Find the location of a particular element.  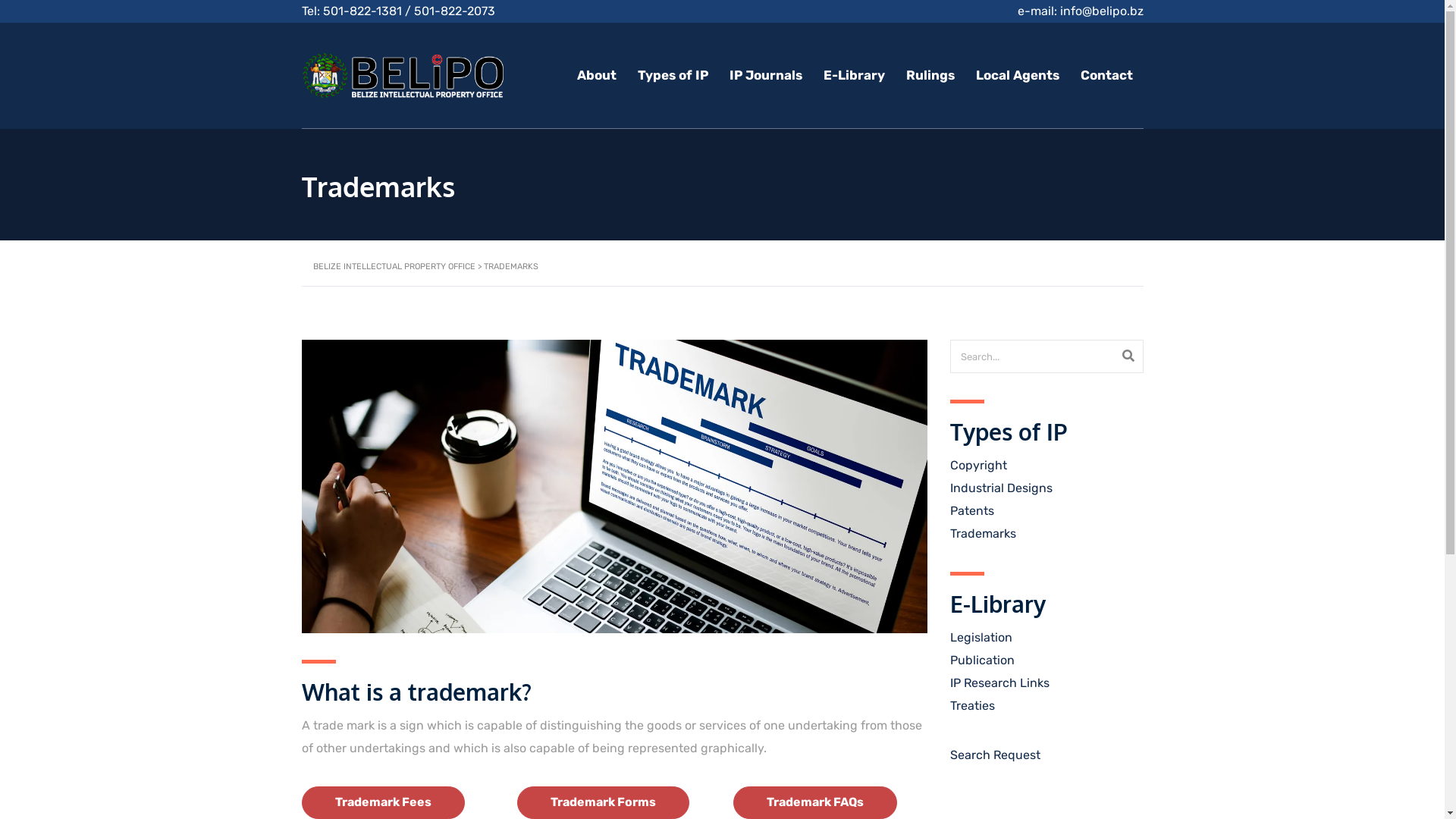

'Copyright' is located at coordinates (977, 464).